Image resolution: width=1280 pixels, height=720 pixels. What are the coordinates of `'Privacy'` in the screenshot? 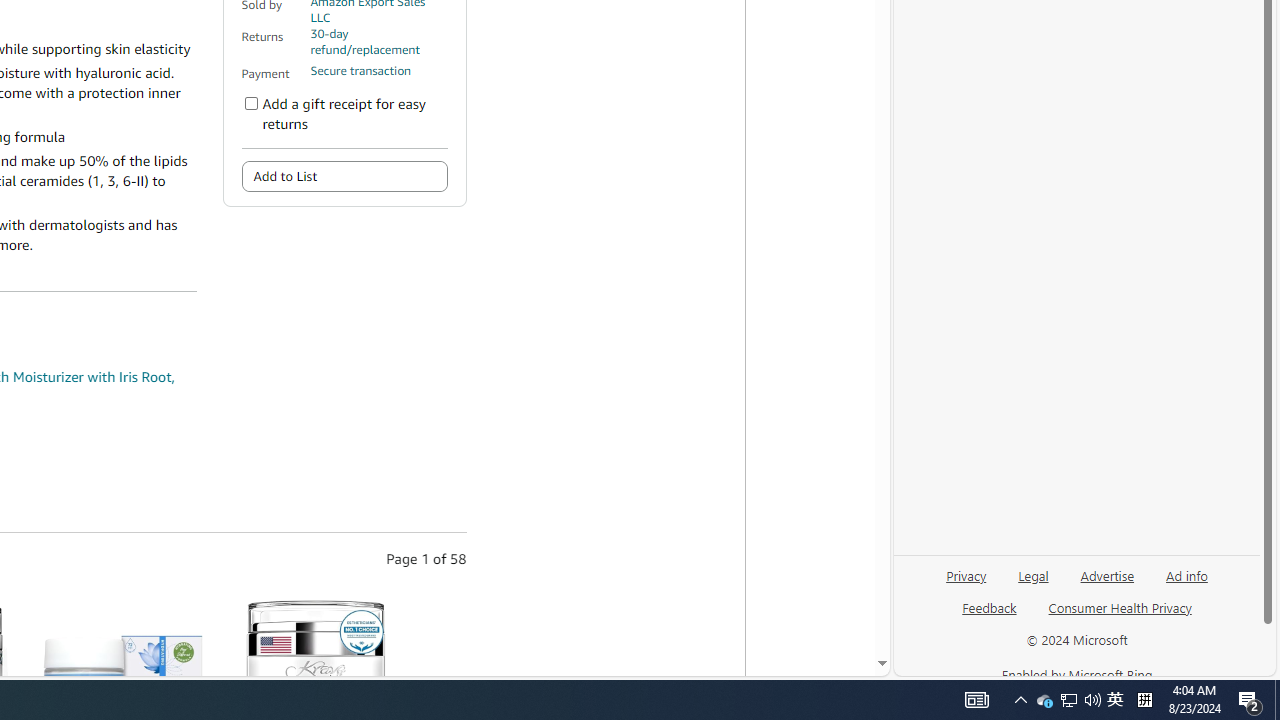 It's located at (967, 583).